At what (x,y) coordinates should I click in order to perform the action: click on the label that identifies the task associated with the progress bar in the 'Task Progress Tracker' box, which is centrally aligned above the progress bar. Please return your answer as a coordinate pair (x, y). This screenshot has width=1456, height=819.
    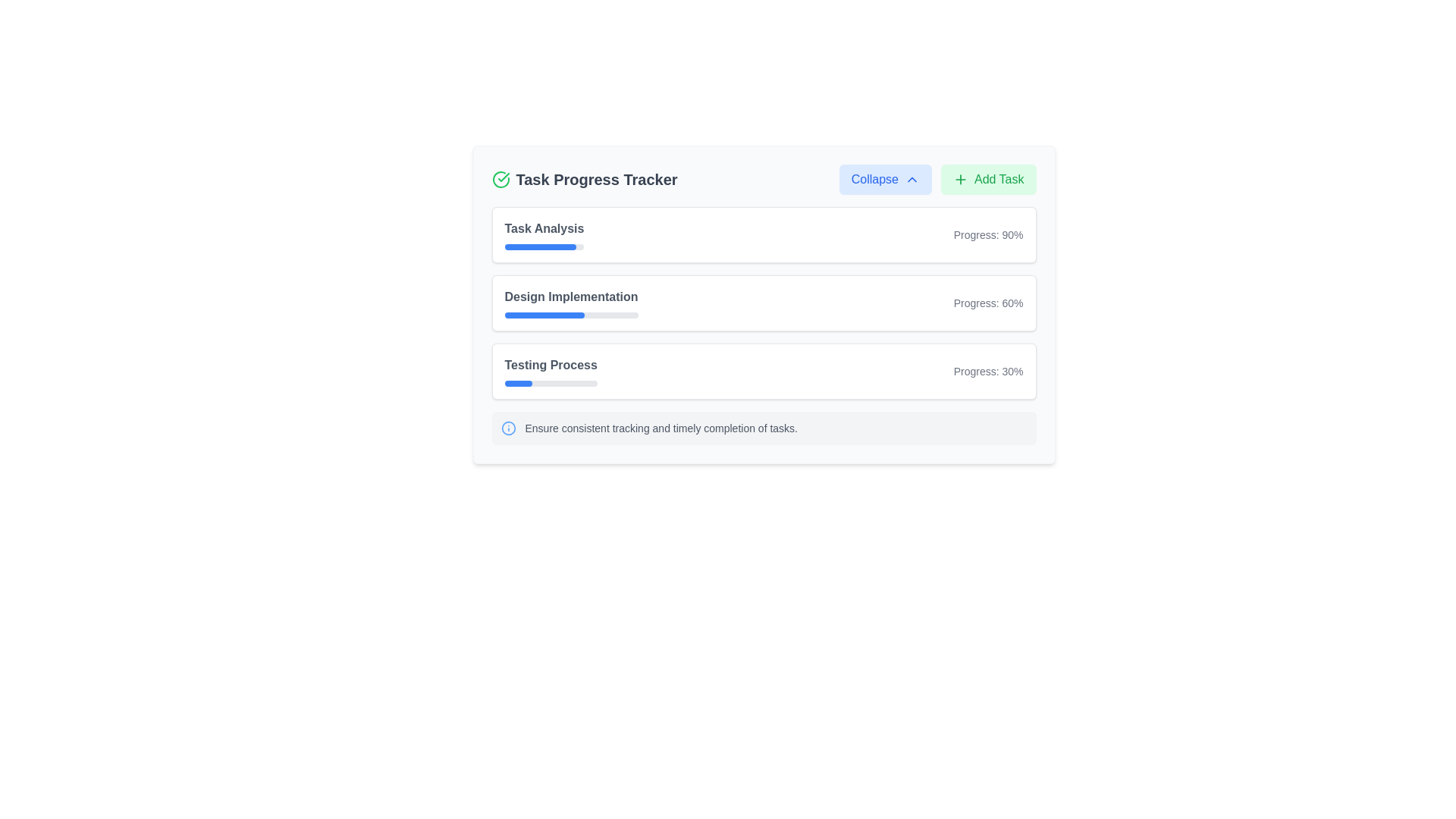
    Looking at the image, I should click on (570, 303).